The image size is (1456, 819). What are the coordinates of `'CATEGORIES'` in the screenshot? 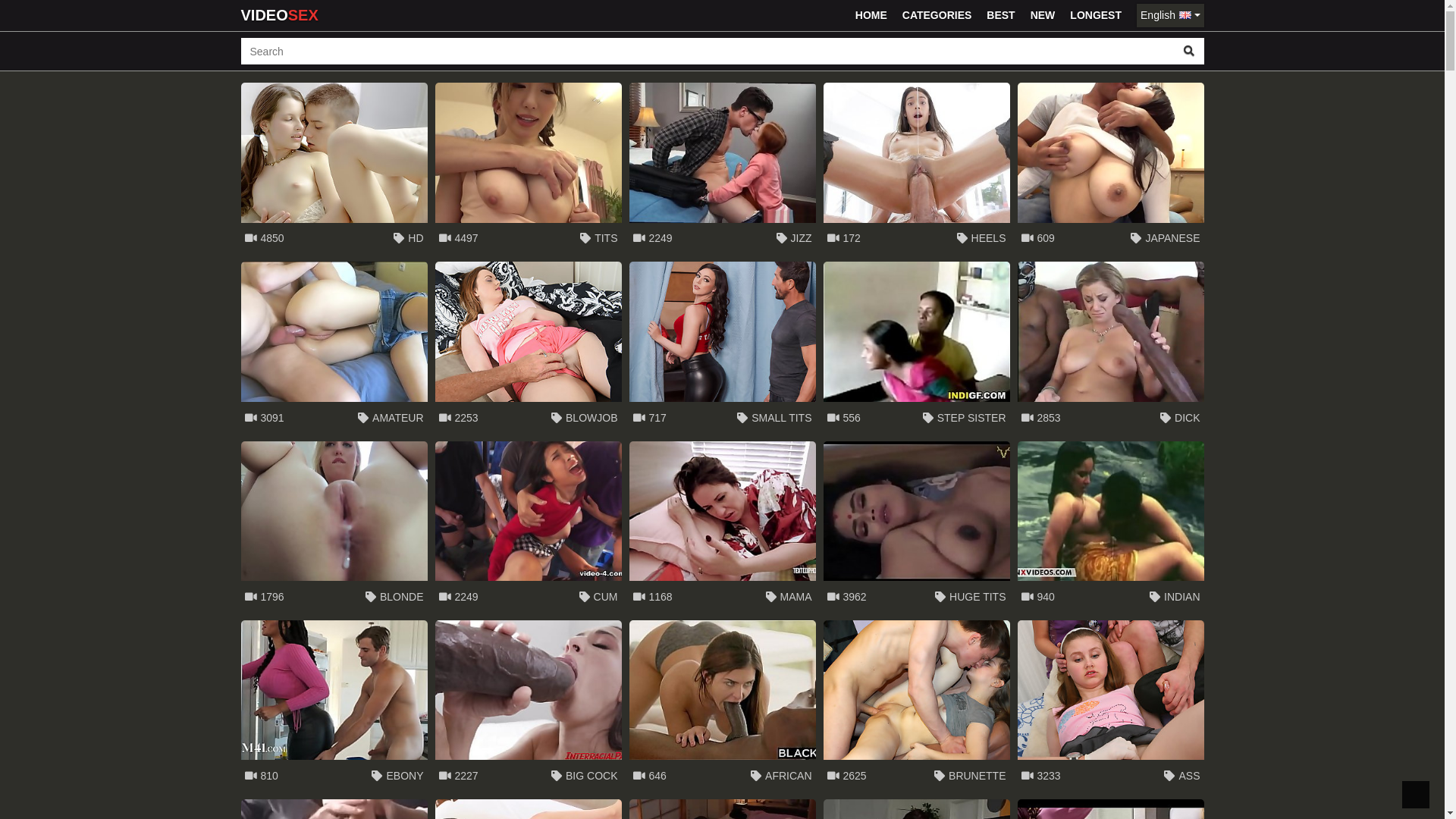 It's located at (937, 15).